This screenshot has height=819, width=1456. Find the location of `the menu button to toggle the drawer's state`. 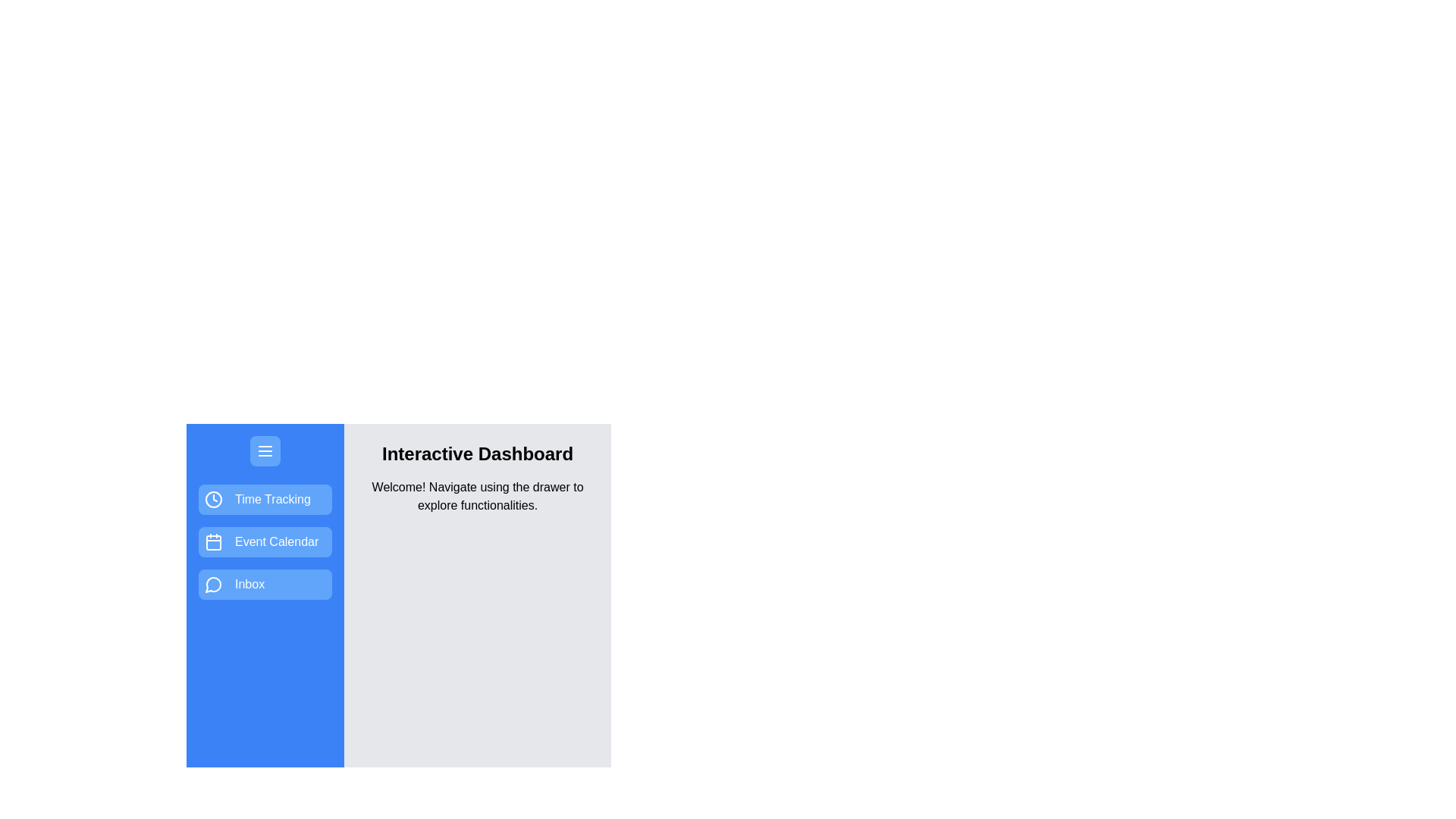

the menu button to toggle the drawer's state is located at coordinates (265, 450).